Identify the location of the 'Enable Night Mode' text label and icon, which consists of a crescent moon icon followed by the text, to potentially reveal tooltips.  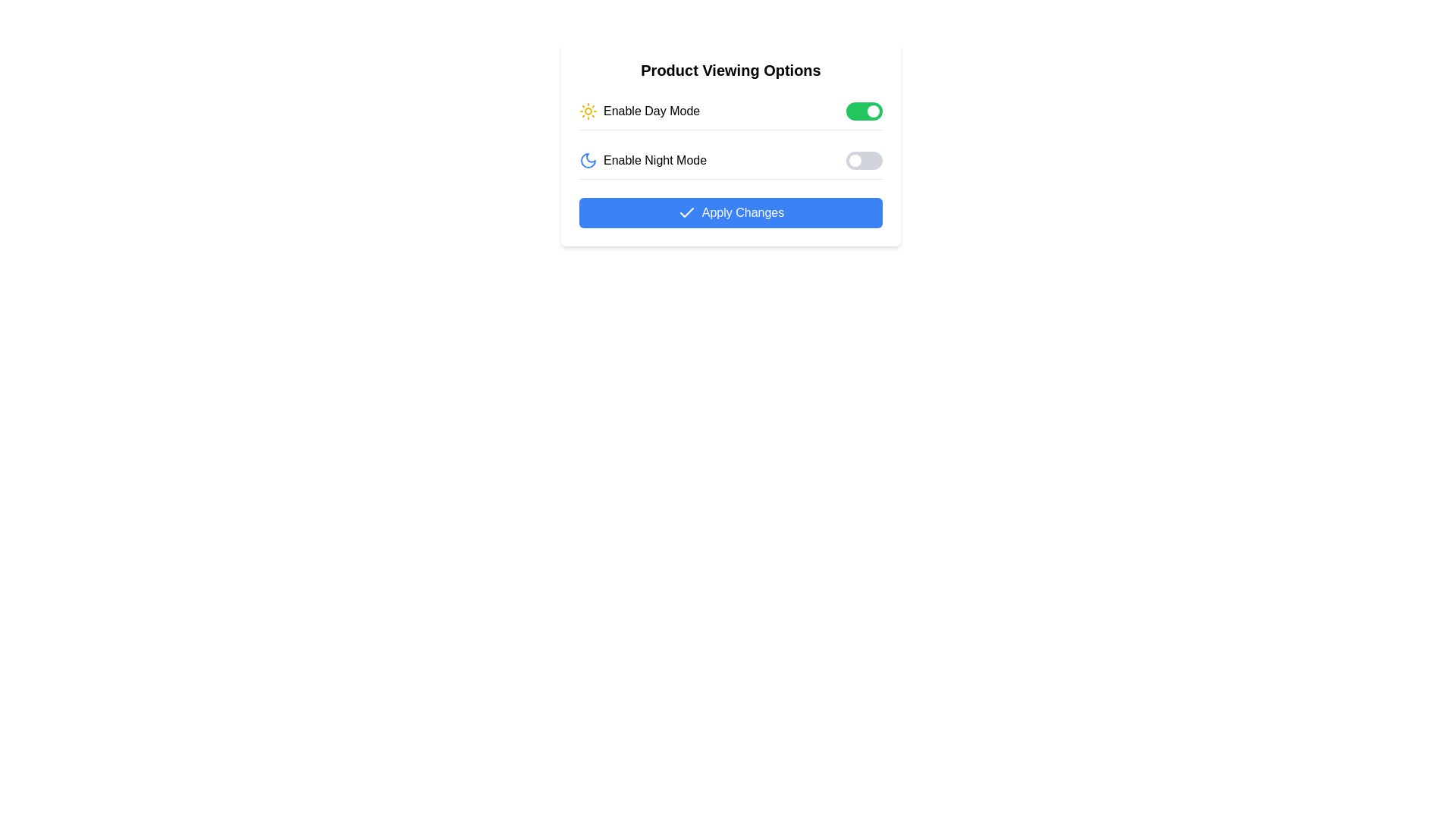
(643, 161).